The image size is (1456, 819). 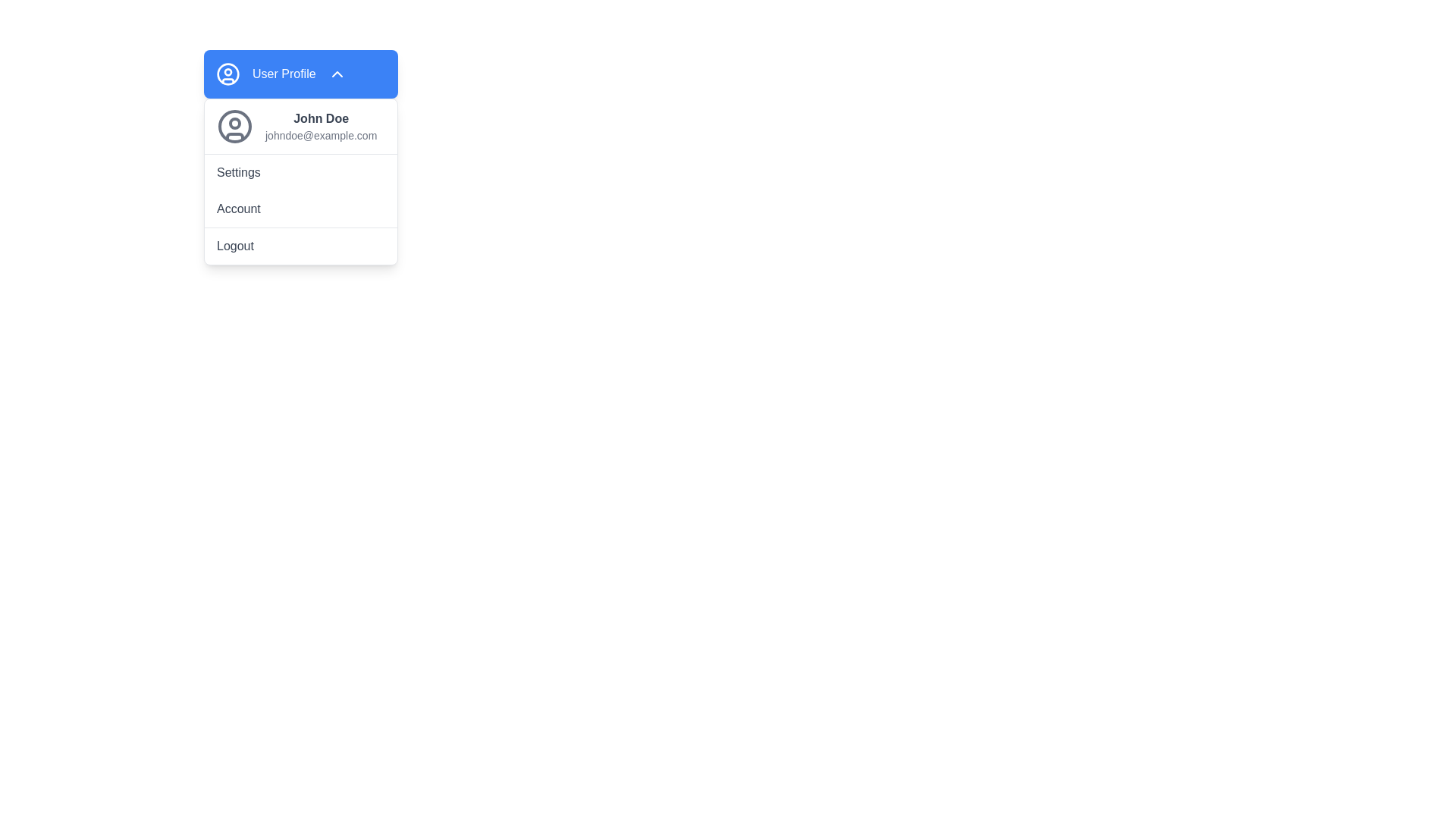 What do you see at coordinates (320, 118) in the screenshot?
I see `the static text label displaying the currently logged-in user's name, which is positioned above the email 'johndoe@example.com' in the dropdown panel of the User Profile section` at bounding box center [320, 118].